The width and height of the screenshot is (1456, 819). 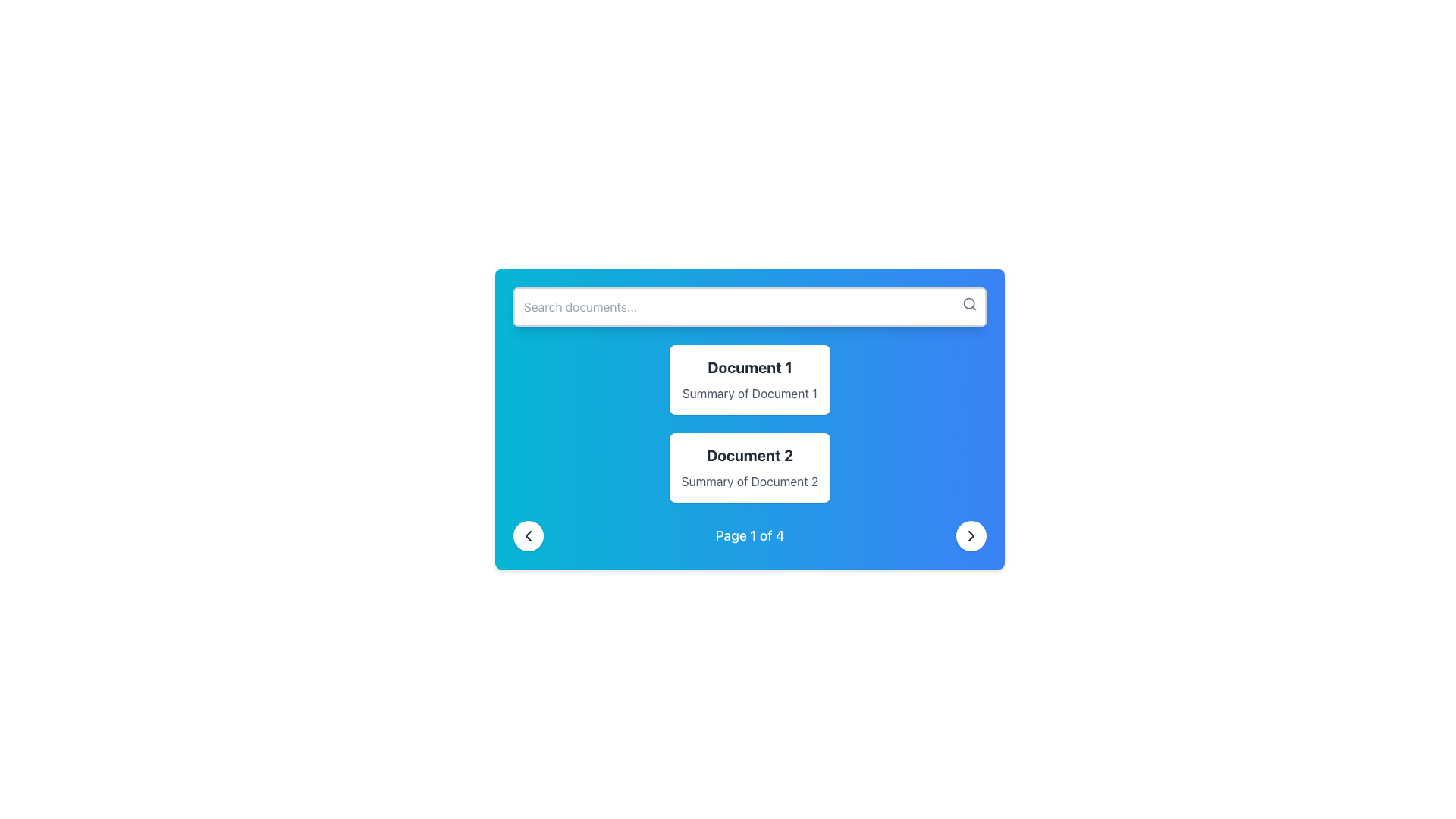 I want to click on the descriptive text element that provides context for the 'Document 2' title, located below the title within a card component, so click(x=749, y=482).